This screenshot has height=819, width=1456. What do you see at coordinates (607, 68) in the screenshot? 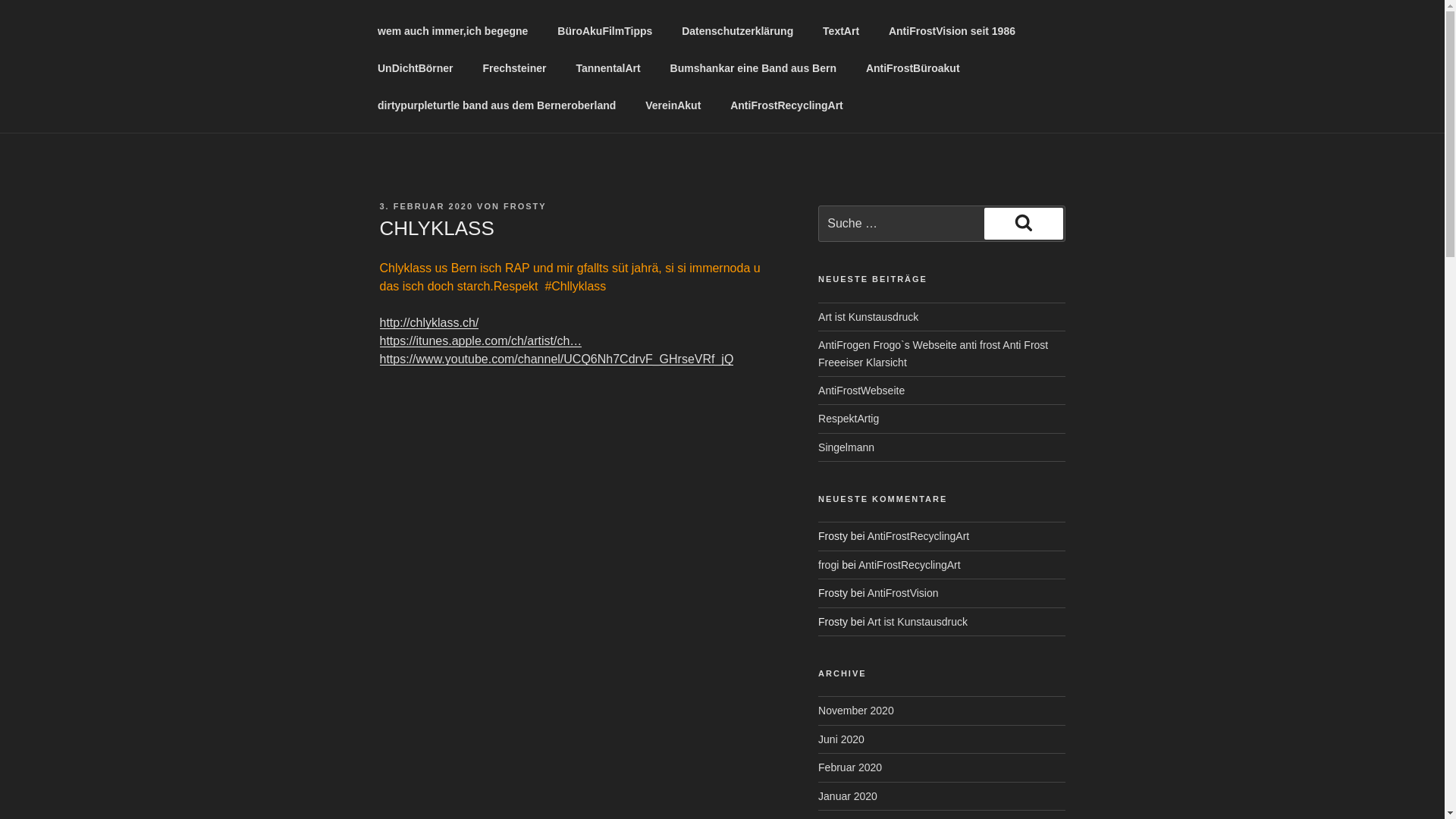
I see `'TannentalArt'` at bounding box center [607, 68].